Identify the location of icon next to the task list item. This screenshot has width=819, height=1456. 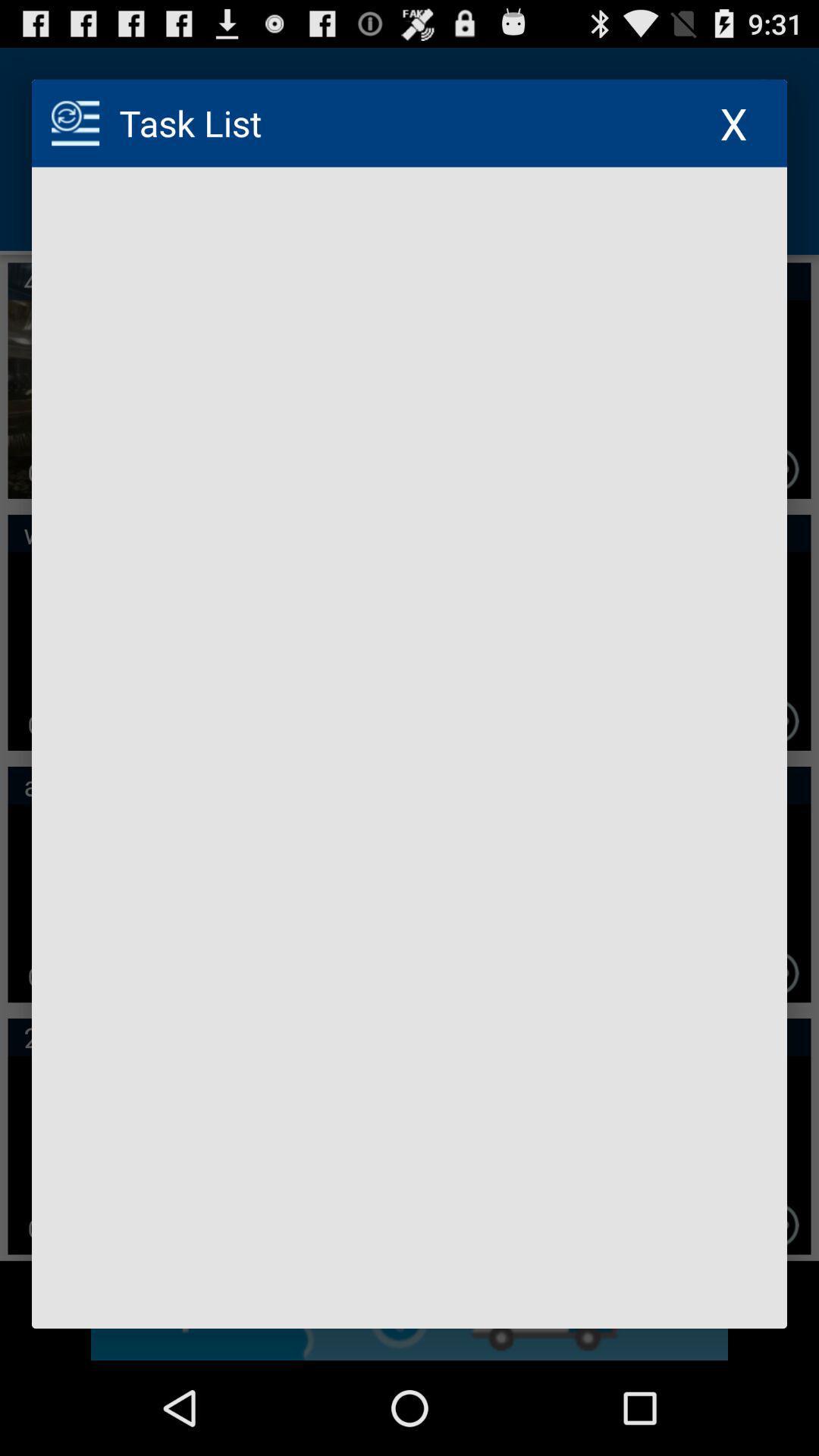
(733, 123).